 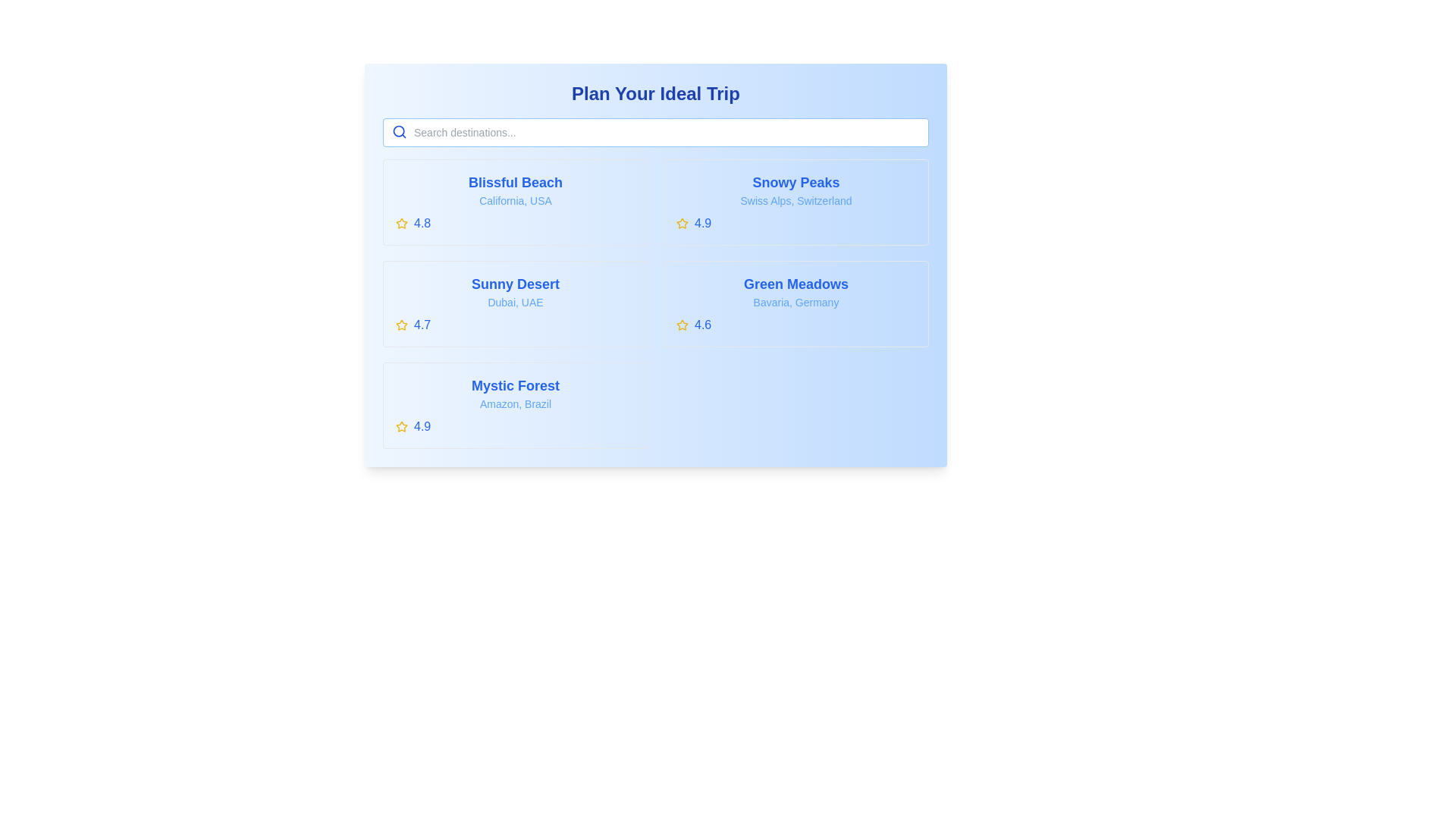 What do you see at coordinates (655, 93) in the screenshot?
I see `the Text Label element, which serves as a title or header for the content below, positioned centrally at the top of the layout` at bounding box center [655, 93].